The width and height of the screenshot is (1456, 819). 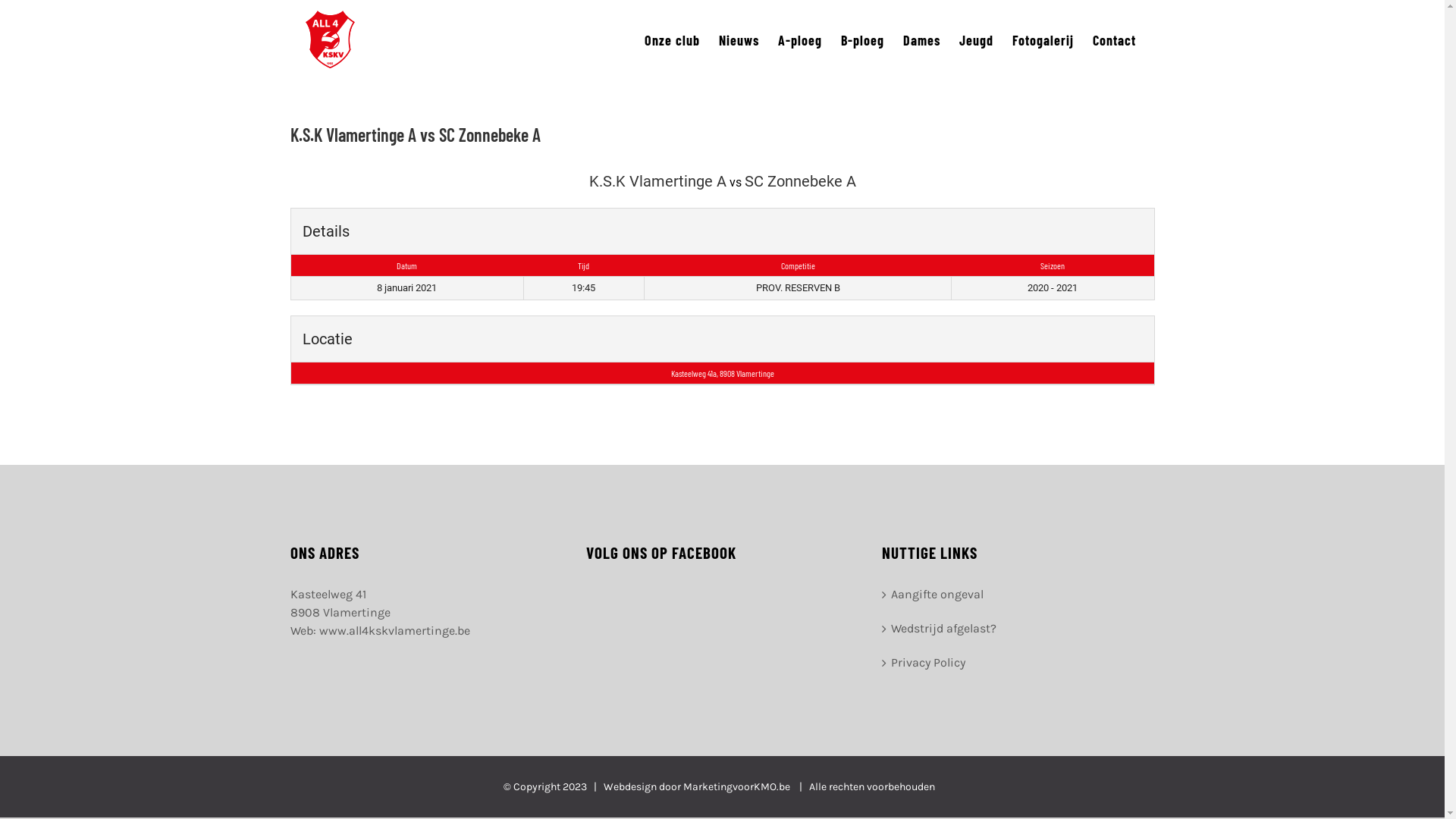 What do you see at coordinates (799, 39) in the screenshot?
I see `'A-ploeg'` at bounding box center [799, 39].